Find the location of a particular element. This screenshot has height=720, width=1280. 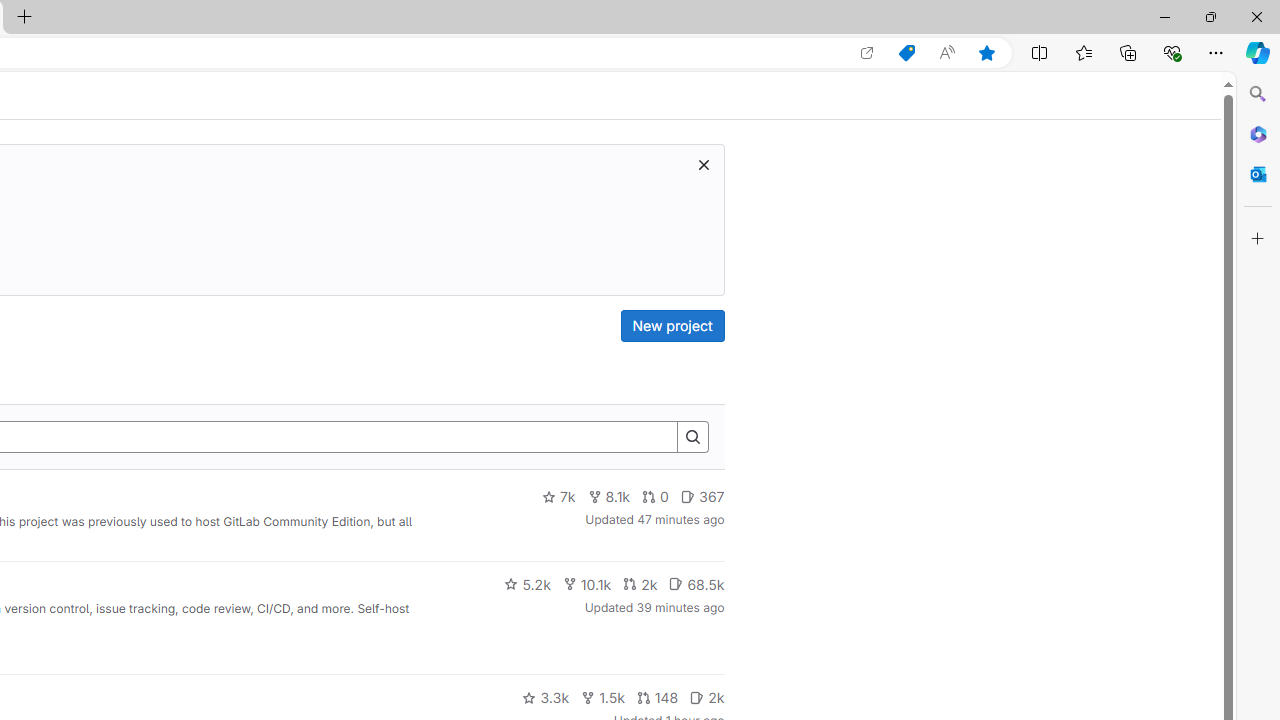

'New project' is located at coordinates (672, 325).